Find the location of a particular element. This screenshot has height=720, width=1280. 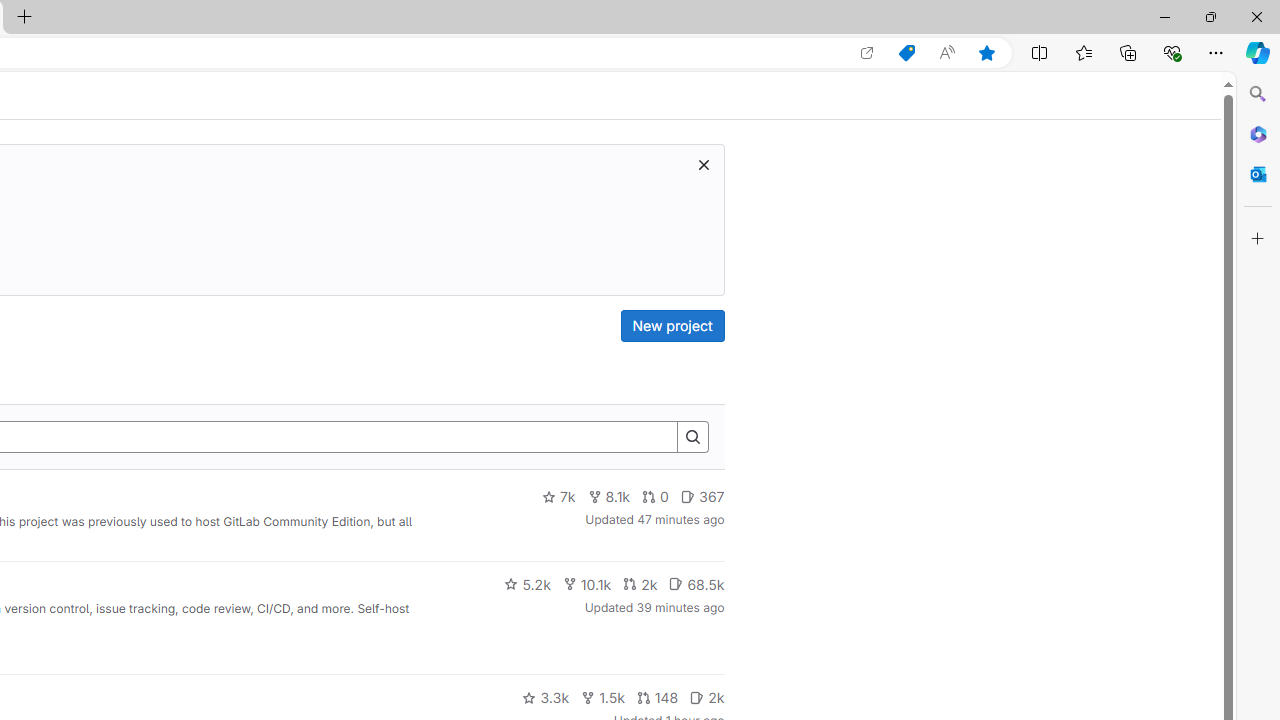

'New project' is located at coordinates (672, 325).